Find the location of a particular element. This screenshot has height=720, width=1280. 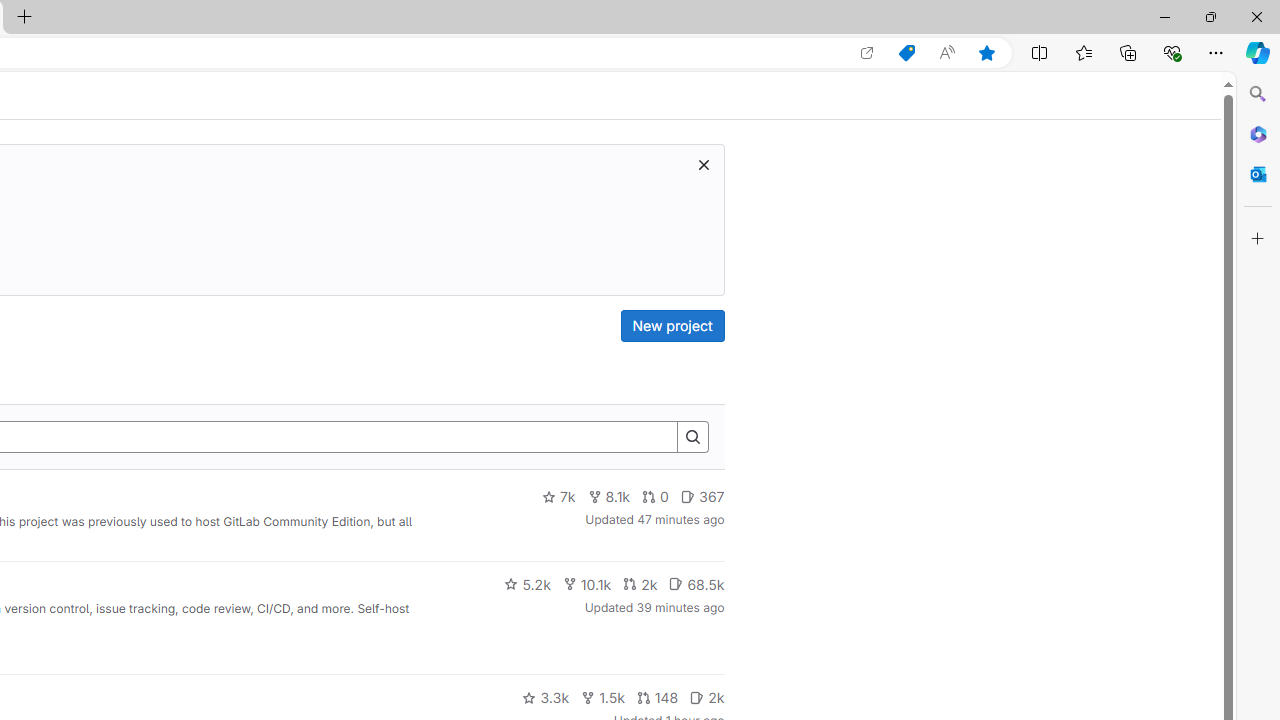

'New project' is located at coordinates (672, 325).